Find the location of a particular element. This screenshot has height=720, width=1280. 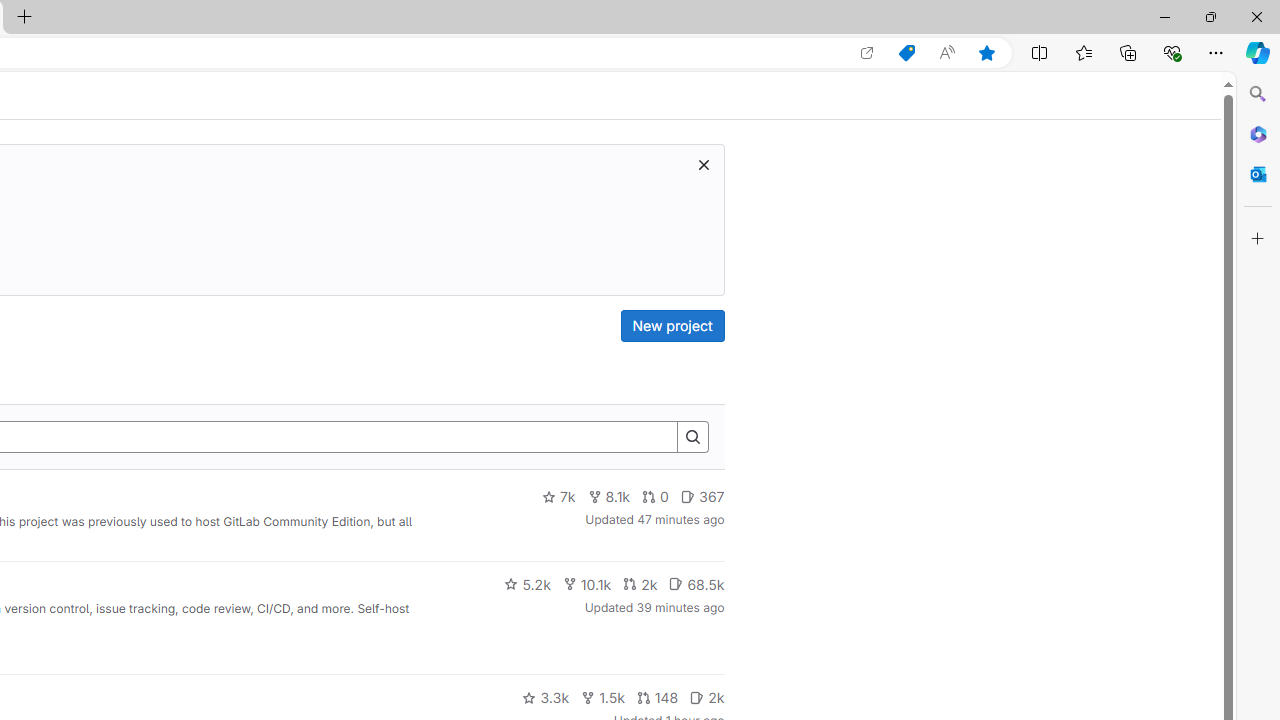

'New project' is located at coordinates (672, 325).